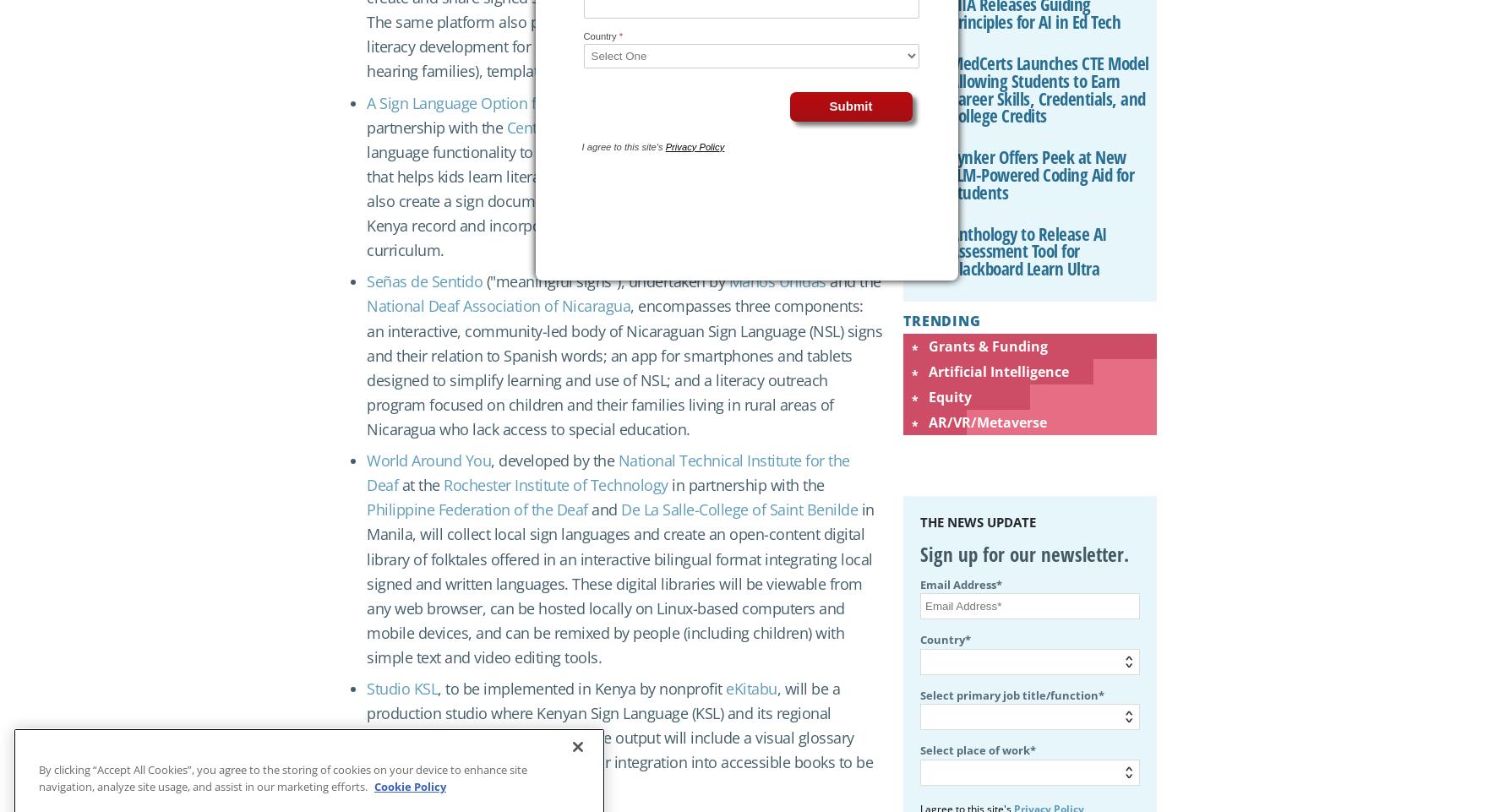 This screenshot has width=1494, height=812. I want to click on 'Trending', so click(902, 320).